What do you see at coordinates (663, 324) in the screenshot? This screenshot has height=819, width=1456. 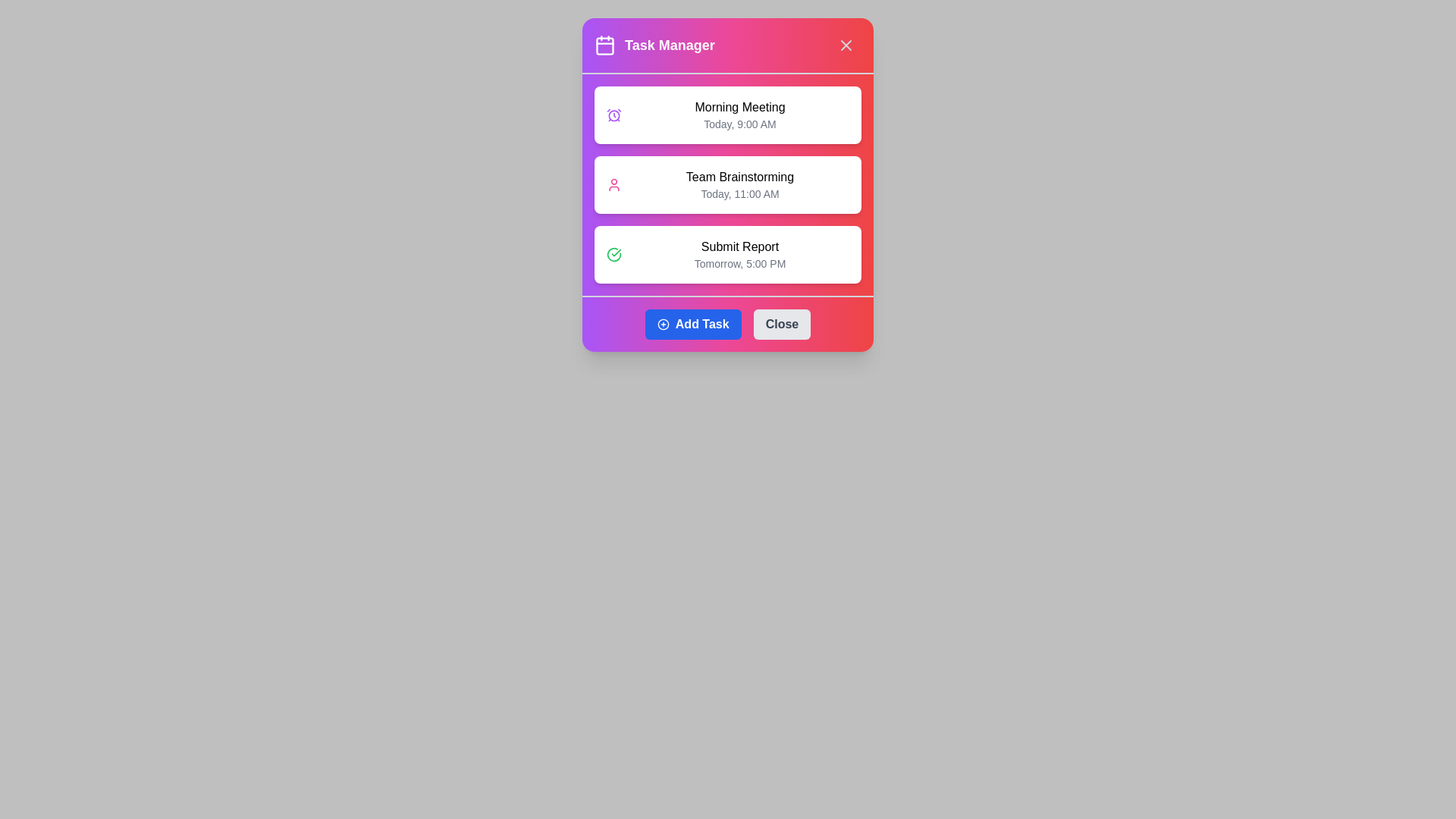 I see `the '+' sign icon within the 'Add Task' button located at the bottom-left side of the 'Task Manager' display panel` at bounding box center [663, 324].